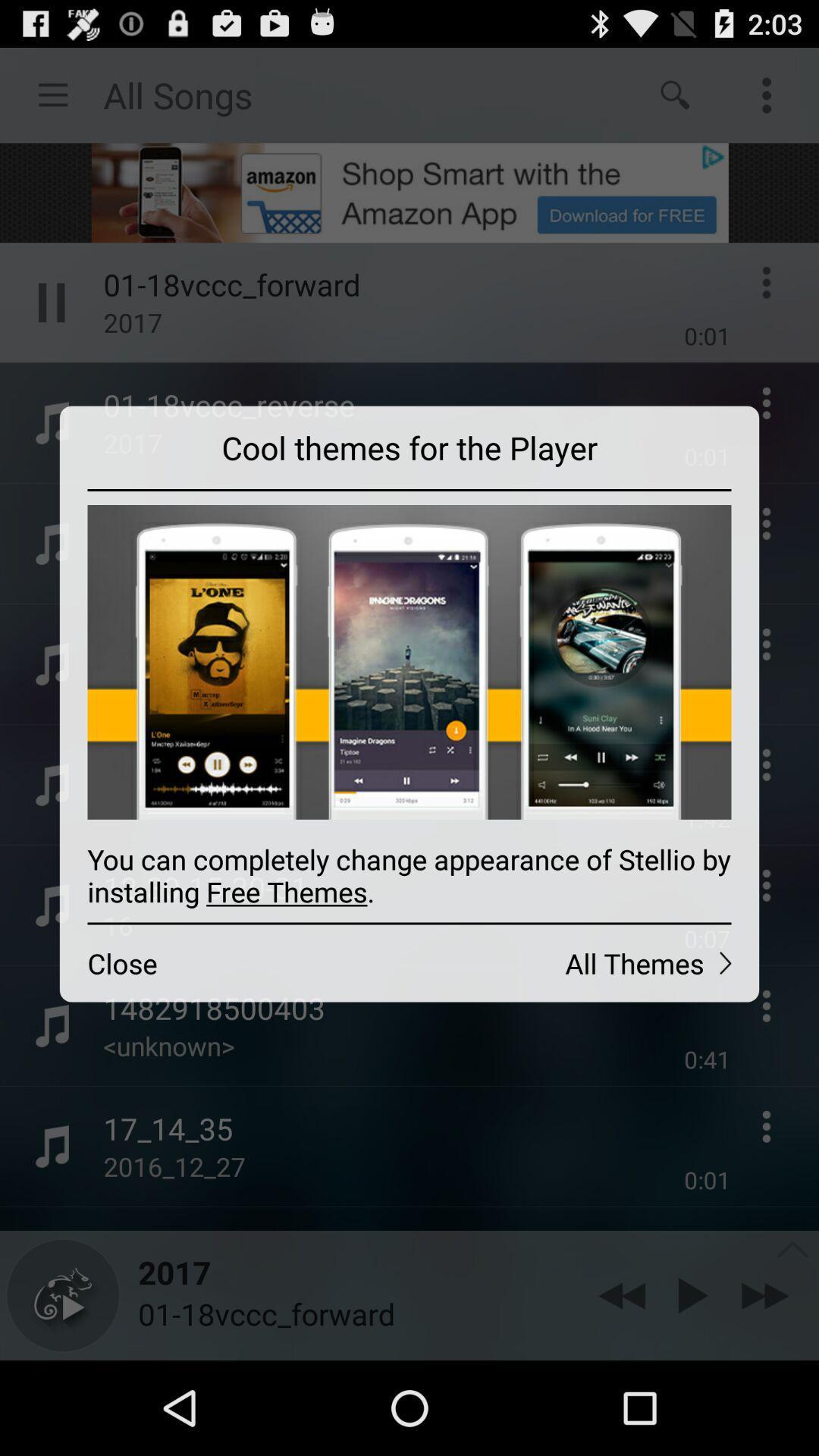 This screenshot has width=819, height=1456. What do you see at coordinates (583, 962) in the screenshot?
I see `the icon next to close icon` at bounding box center [583, 962].